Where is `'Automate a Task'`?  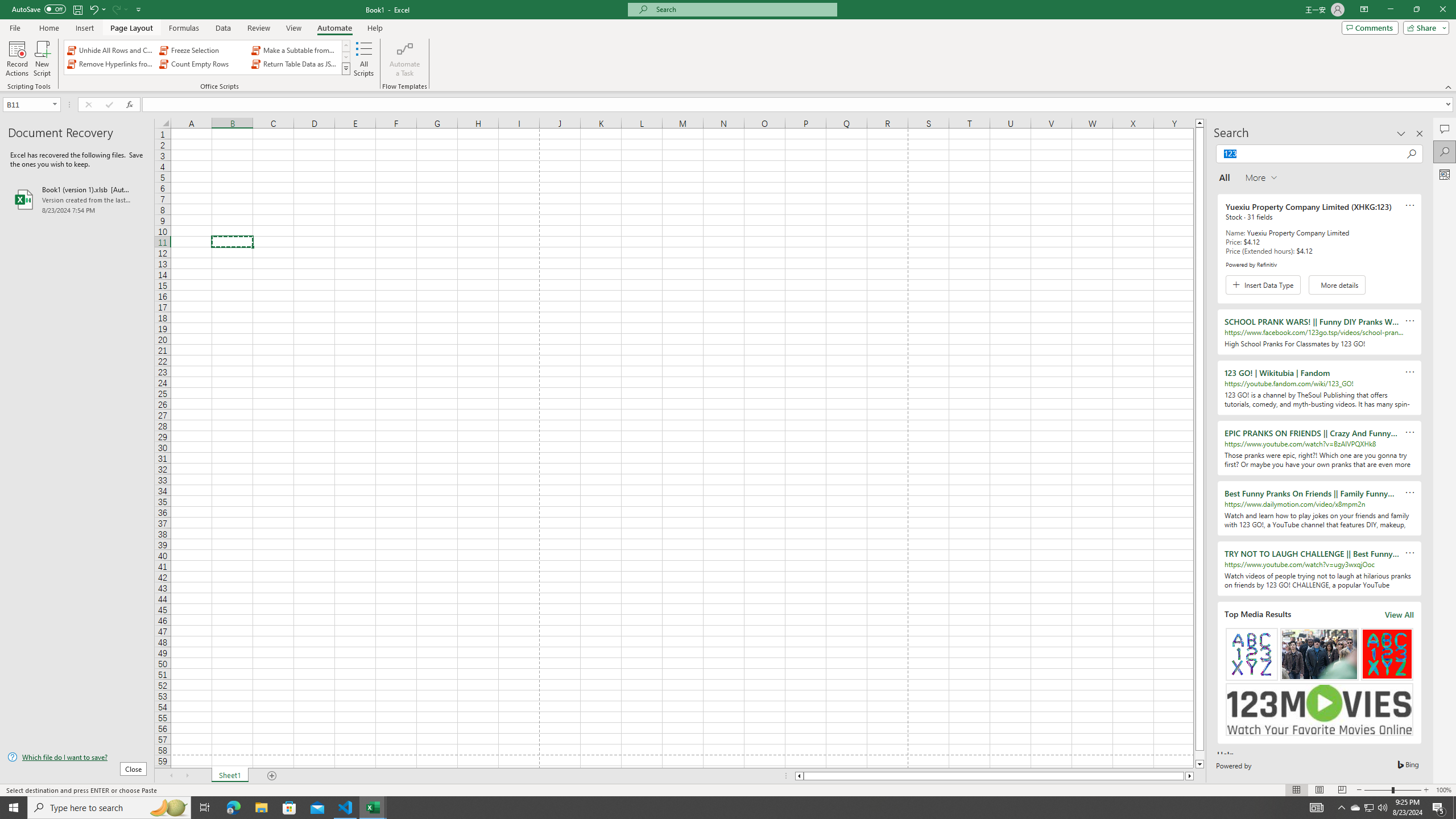 'Automate a Task' is located at coordinates (404, 59).